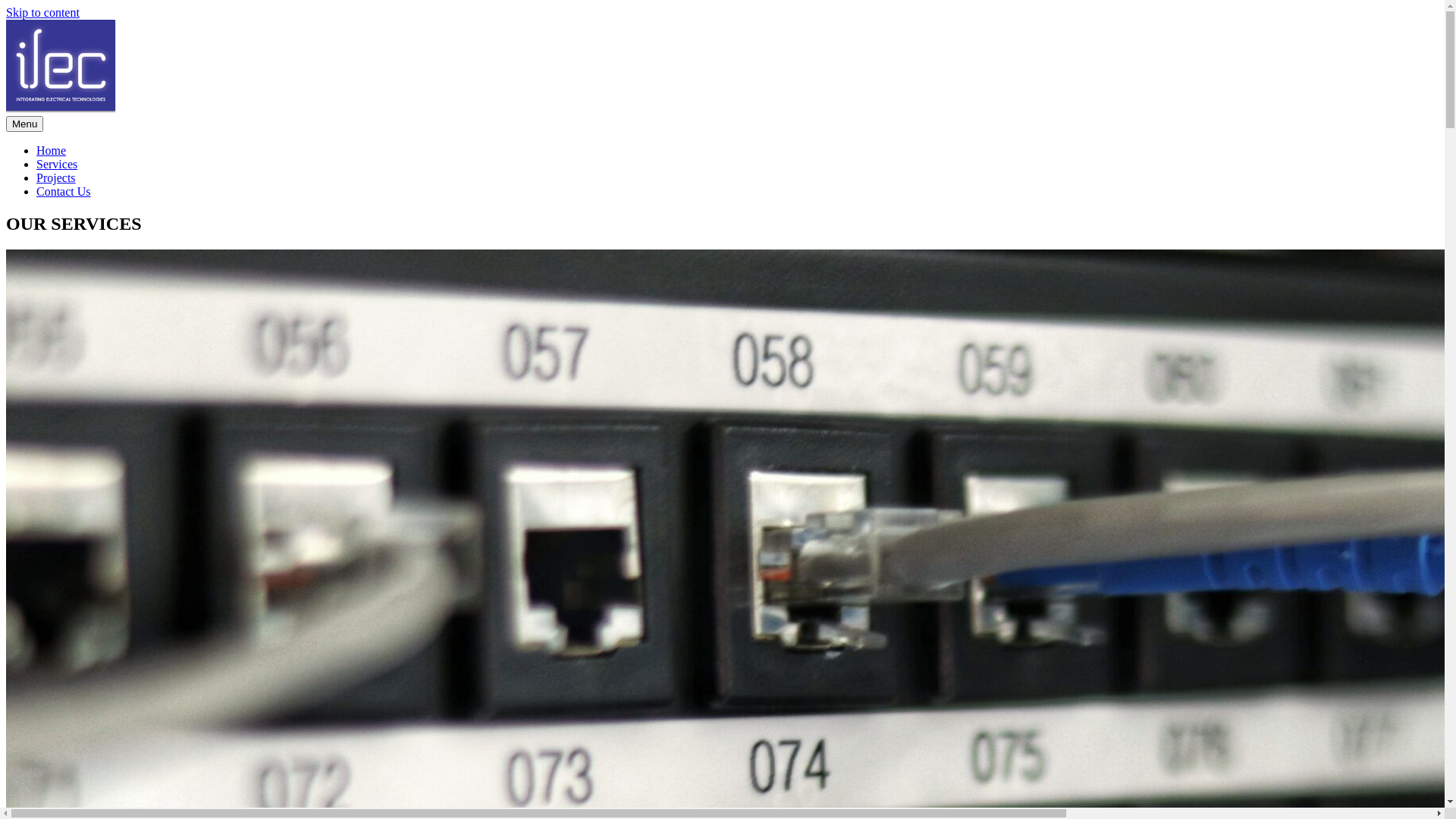  Describe the element at coordinates (57, 164) in the screenshot. I see `'Services'` at that location.